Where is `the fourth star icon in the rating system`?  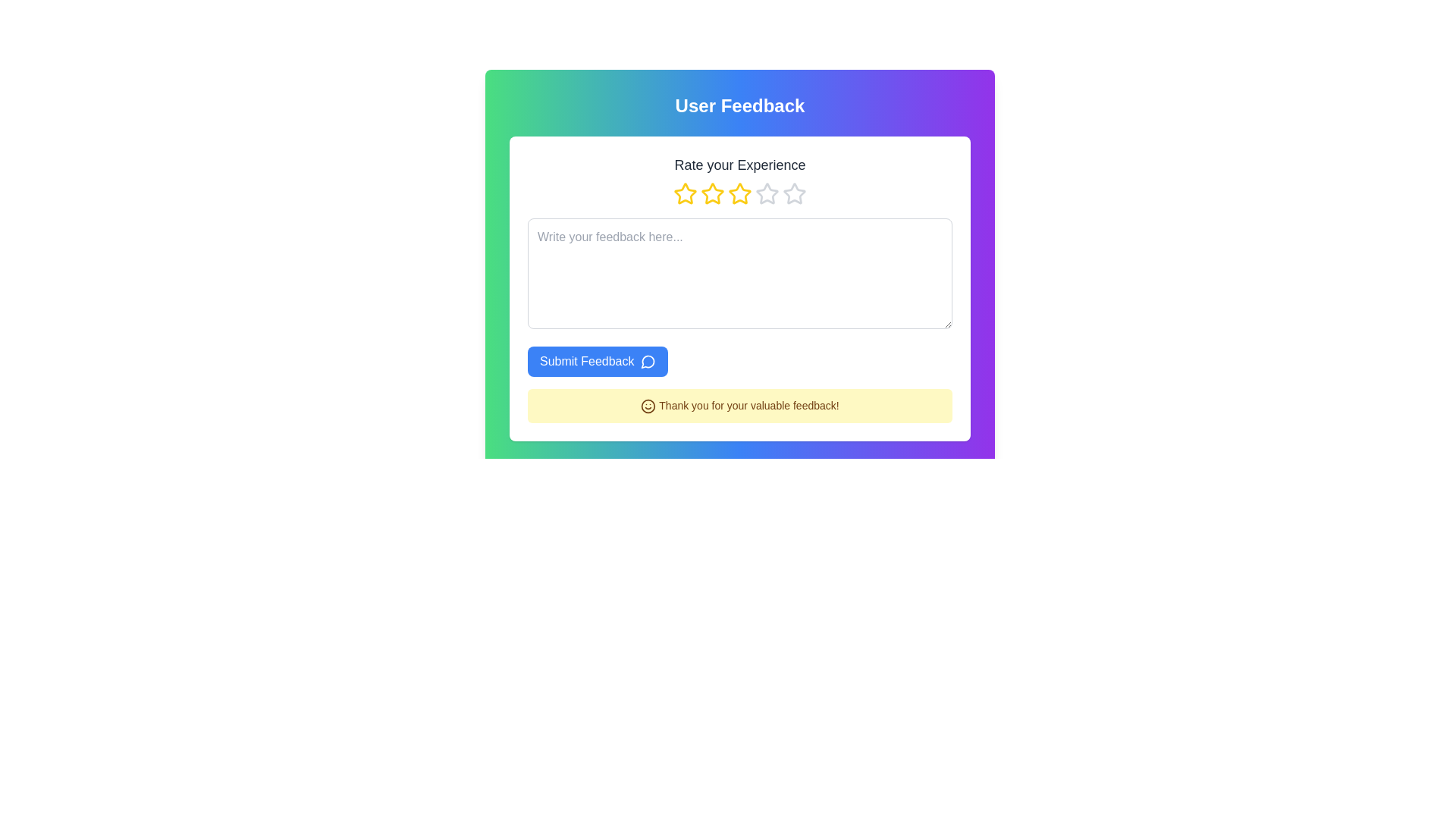
the fourth star icon in the rating system is located at coordinates (767, 193).